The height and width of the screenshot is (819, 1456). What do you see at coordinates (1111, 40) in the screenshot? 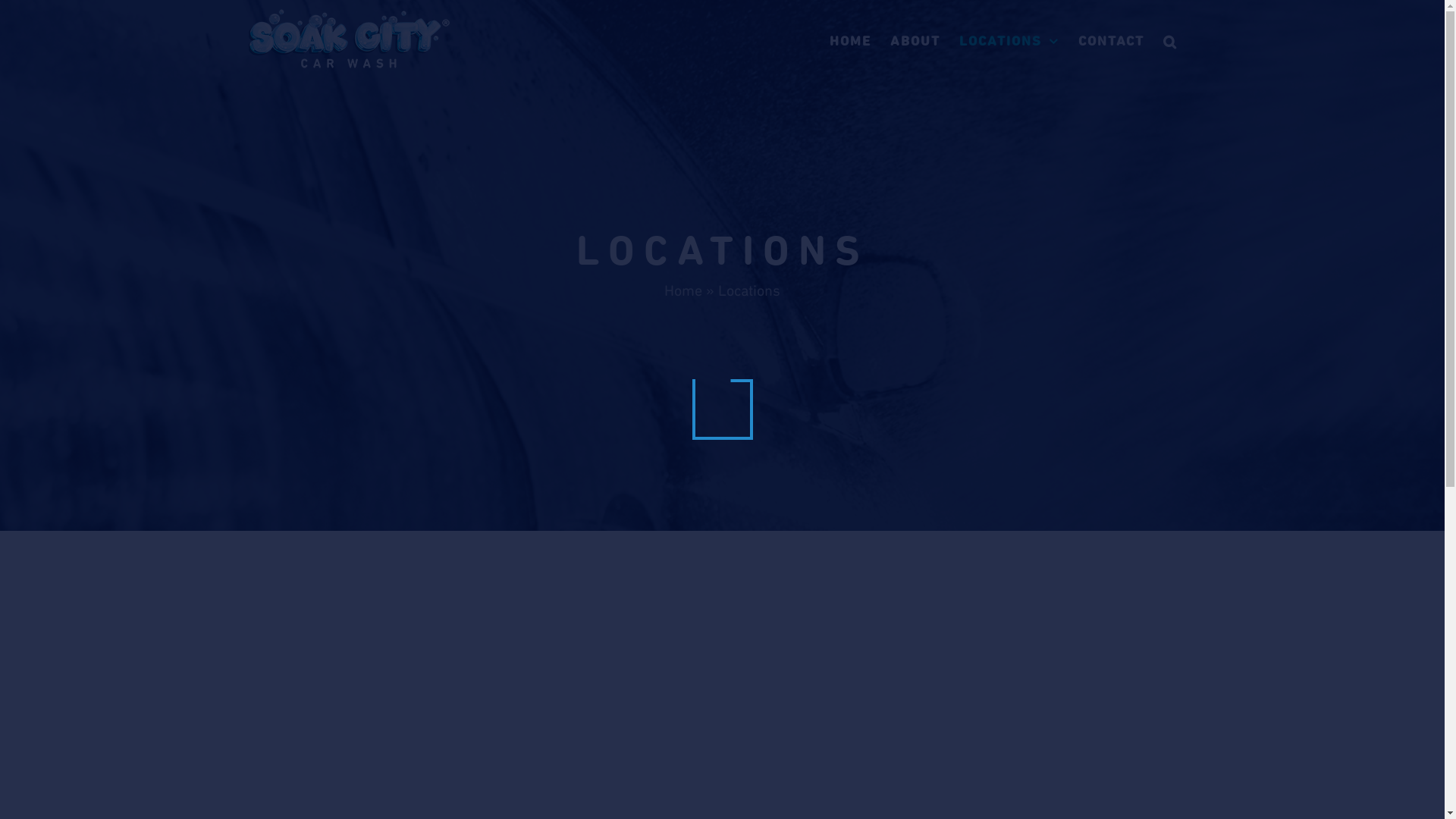
I see `'CONTACT'` at bounding box center [1111, 40].